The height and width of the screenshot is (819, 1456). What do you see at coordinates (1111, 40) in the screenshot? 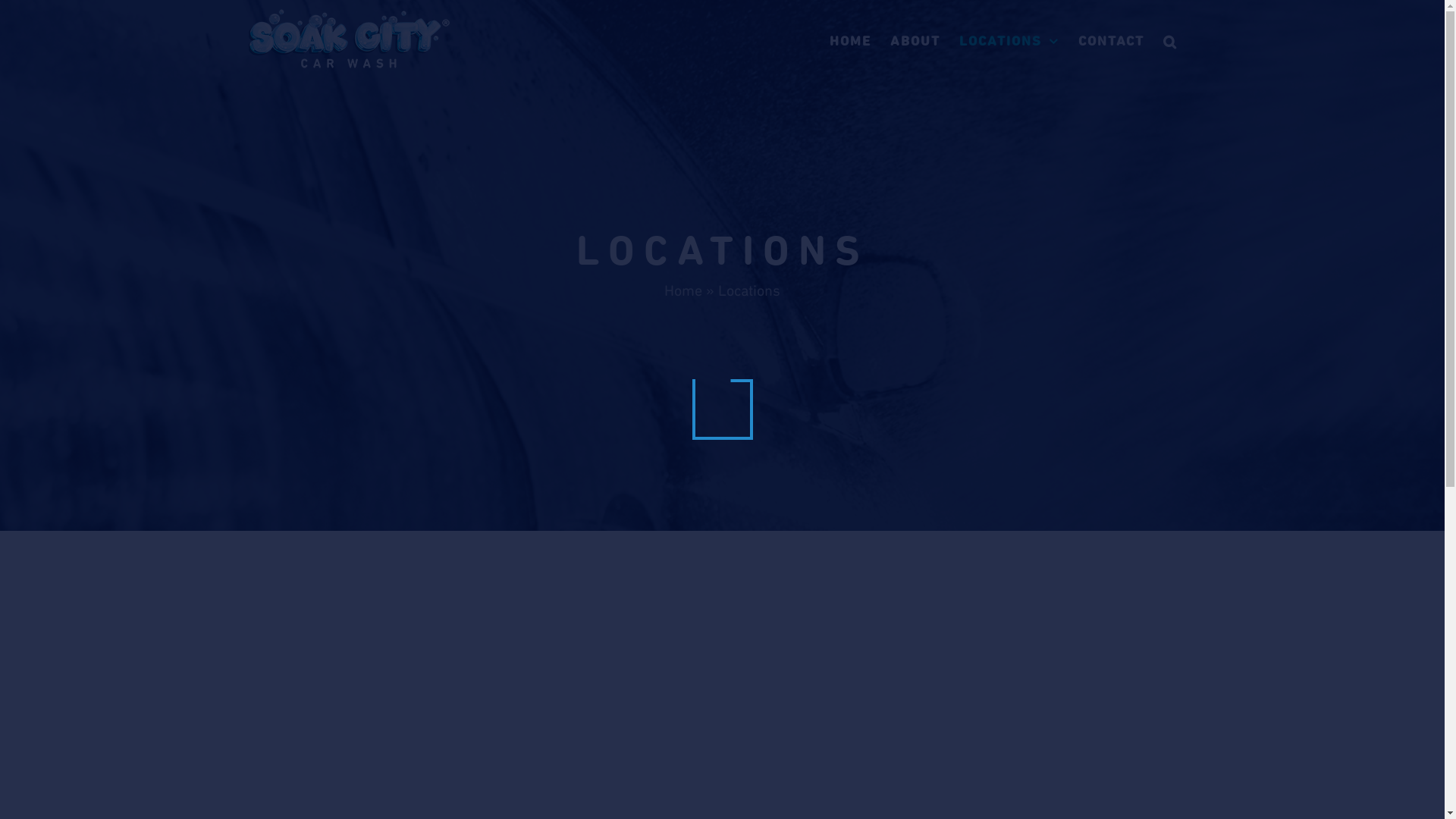
I see `'CONTACT'` at bounding box center [1111, 40].